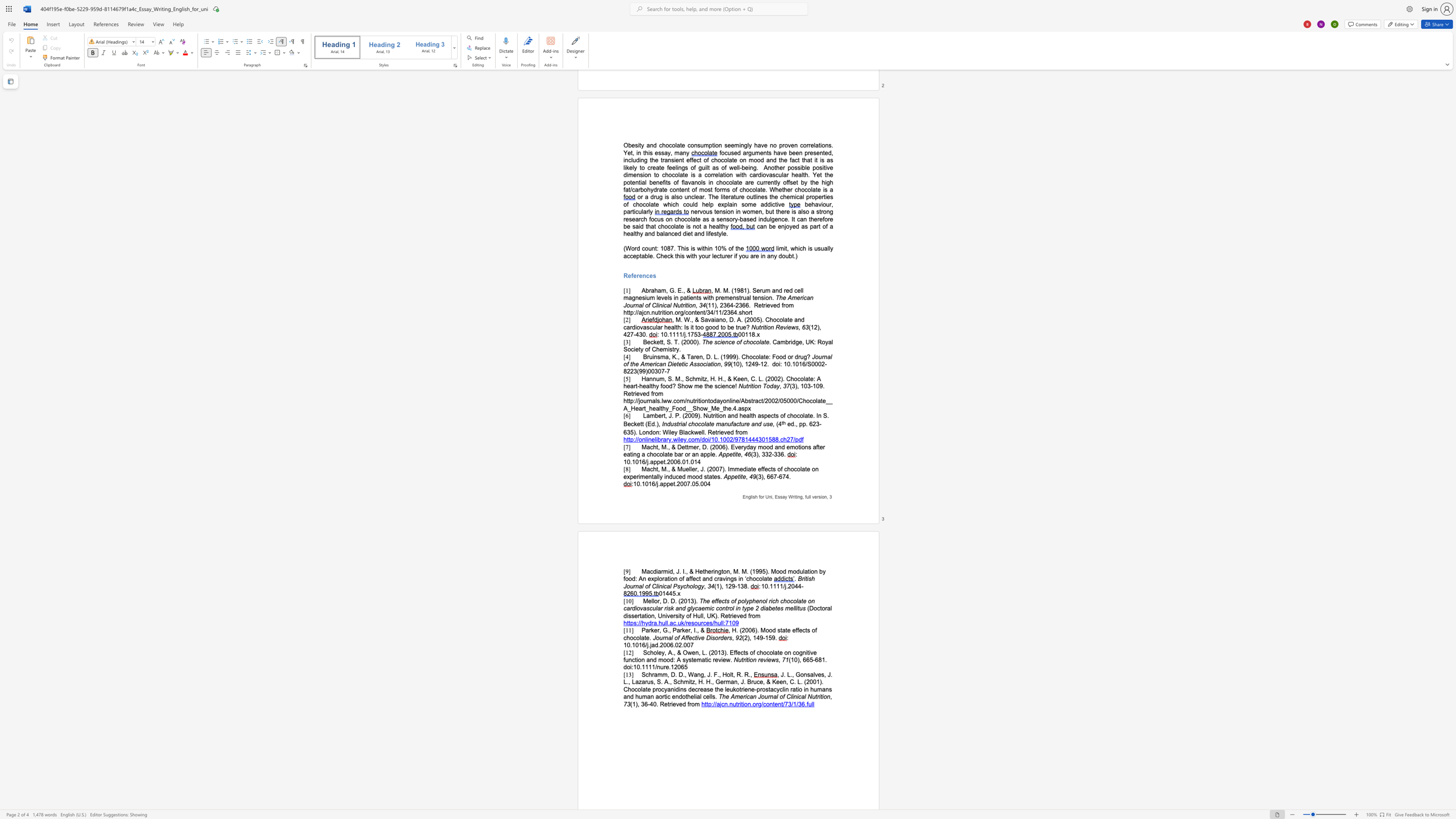 This screenshot has height=819, width=1456. I want to click on the subset text "204" within the text ": 10.1111/j.2044-", so click(787, 586).